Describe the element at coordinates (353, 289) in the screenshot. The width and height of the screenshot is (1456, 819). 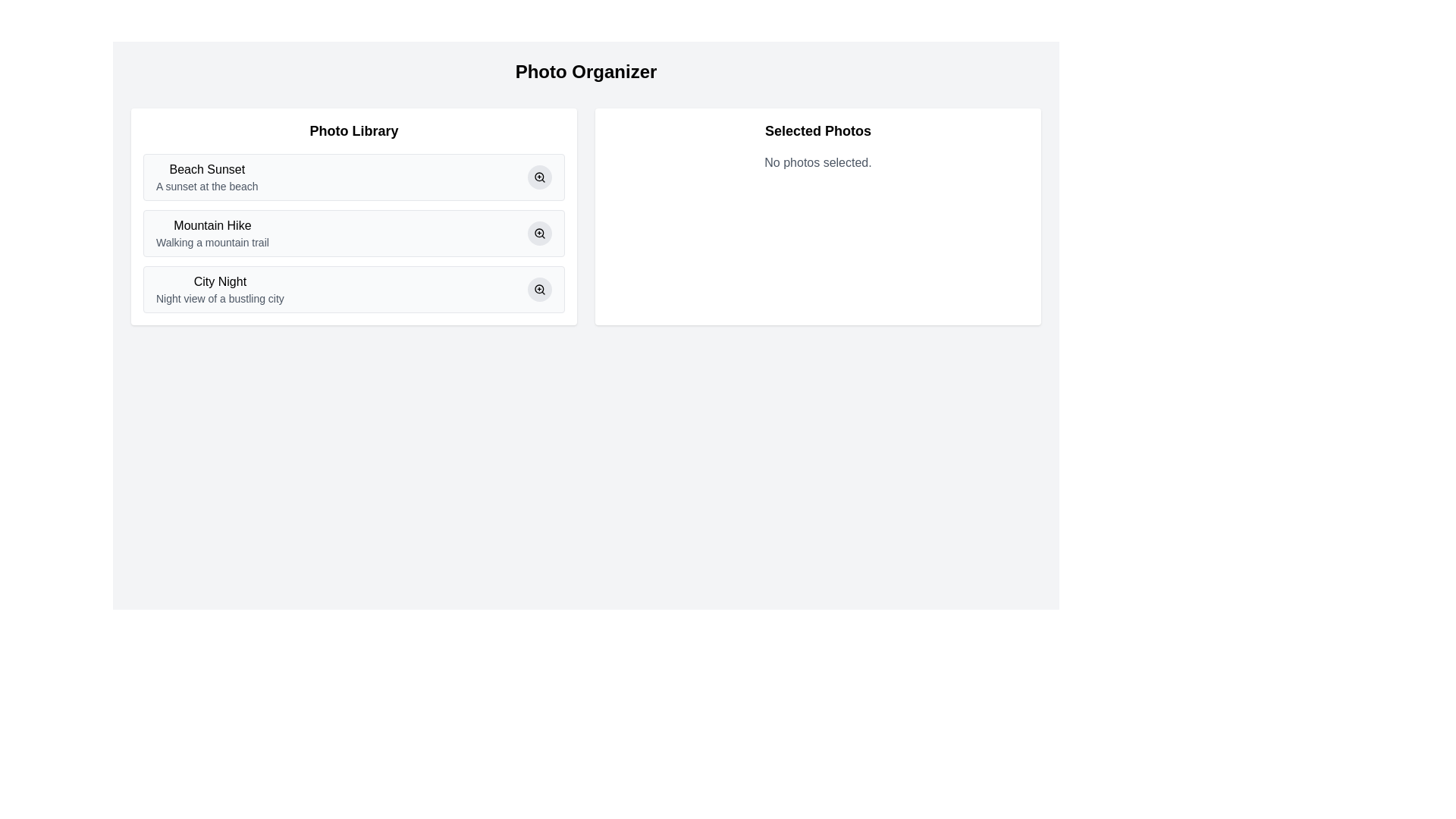
I see `the third list item titled 'City Night' in the 'Photo Library' section` at that location.